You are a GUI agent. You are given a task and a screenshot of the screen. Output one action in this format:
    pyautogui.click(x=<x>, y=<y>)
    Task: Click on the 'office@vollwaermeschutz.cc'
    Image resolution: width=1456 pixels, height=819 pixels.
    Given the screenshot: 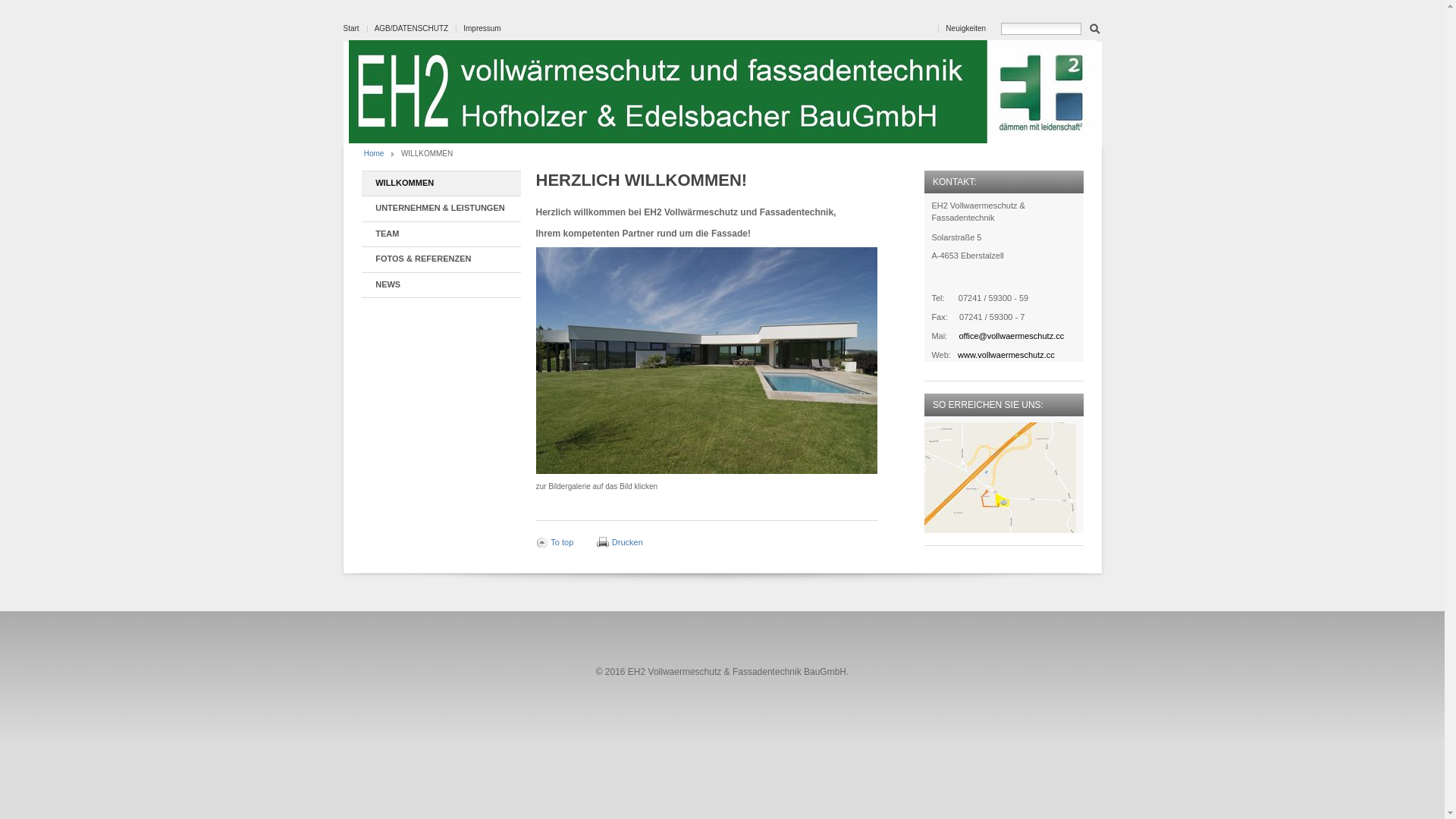 What is the action you would take?
    pyautogui.click(x=1011, y=335)
    